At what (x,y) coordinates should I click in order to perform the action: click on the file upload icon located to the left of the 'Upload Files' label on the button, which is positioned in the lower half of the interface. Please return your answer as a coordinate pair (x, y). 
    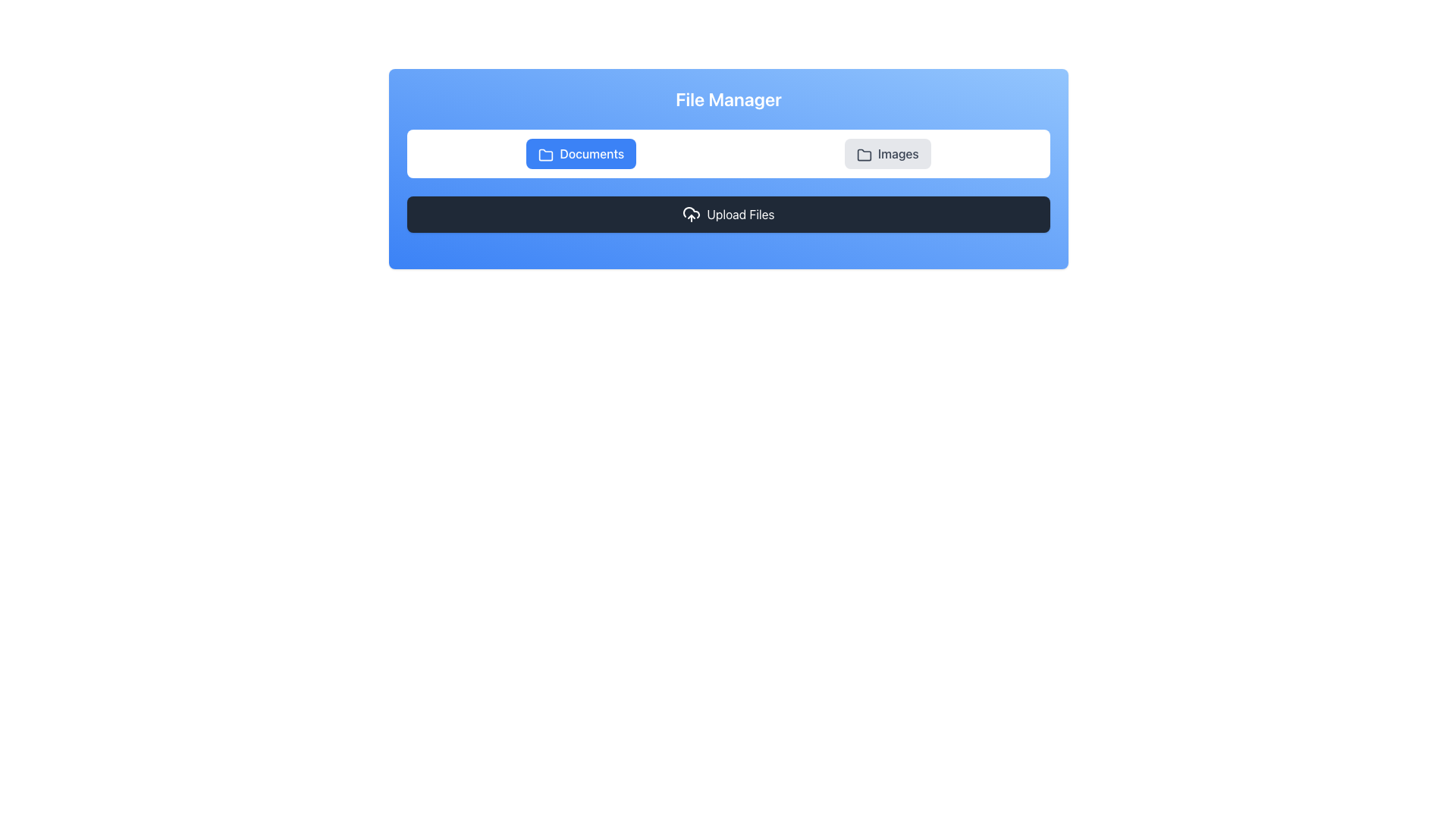
    Looking at the image, I should click on (691, 214).